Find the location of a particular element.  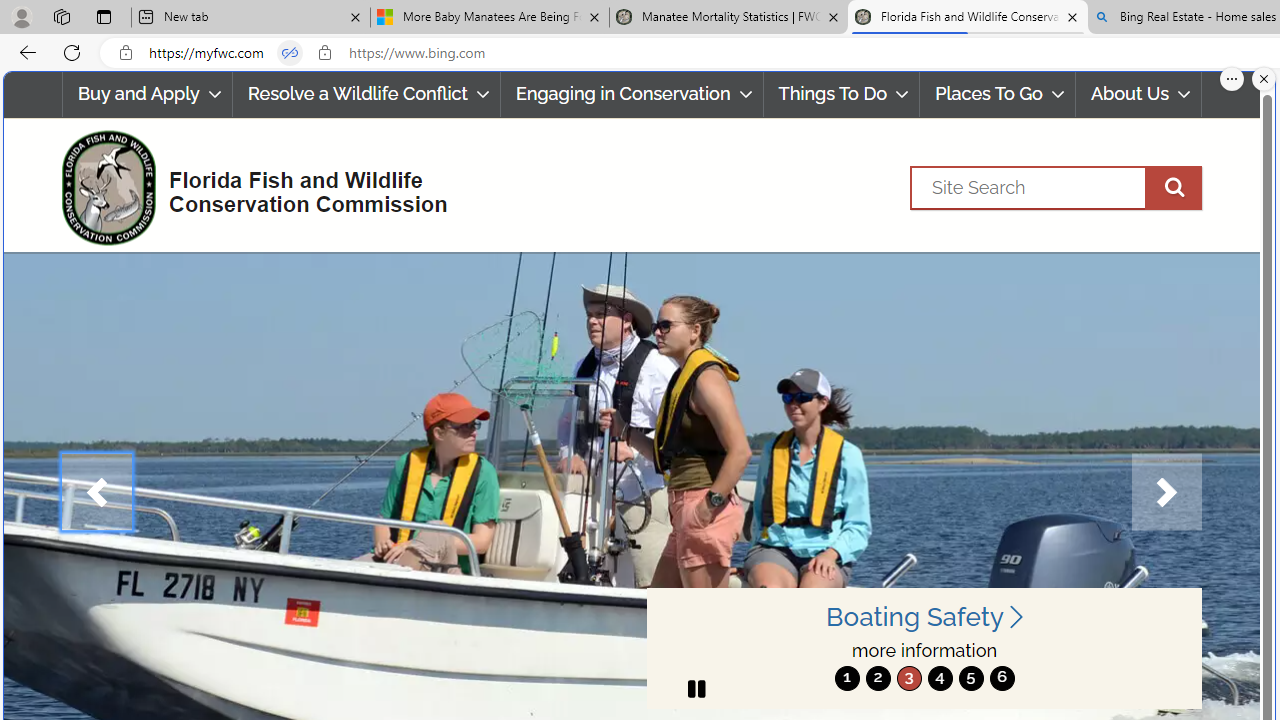

'More options.' is located at coordinates (1231, 78).